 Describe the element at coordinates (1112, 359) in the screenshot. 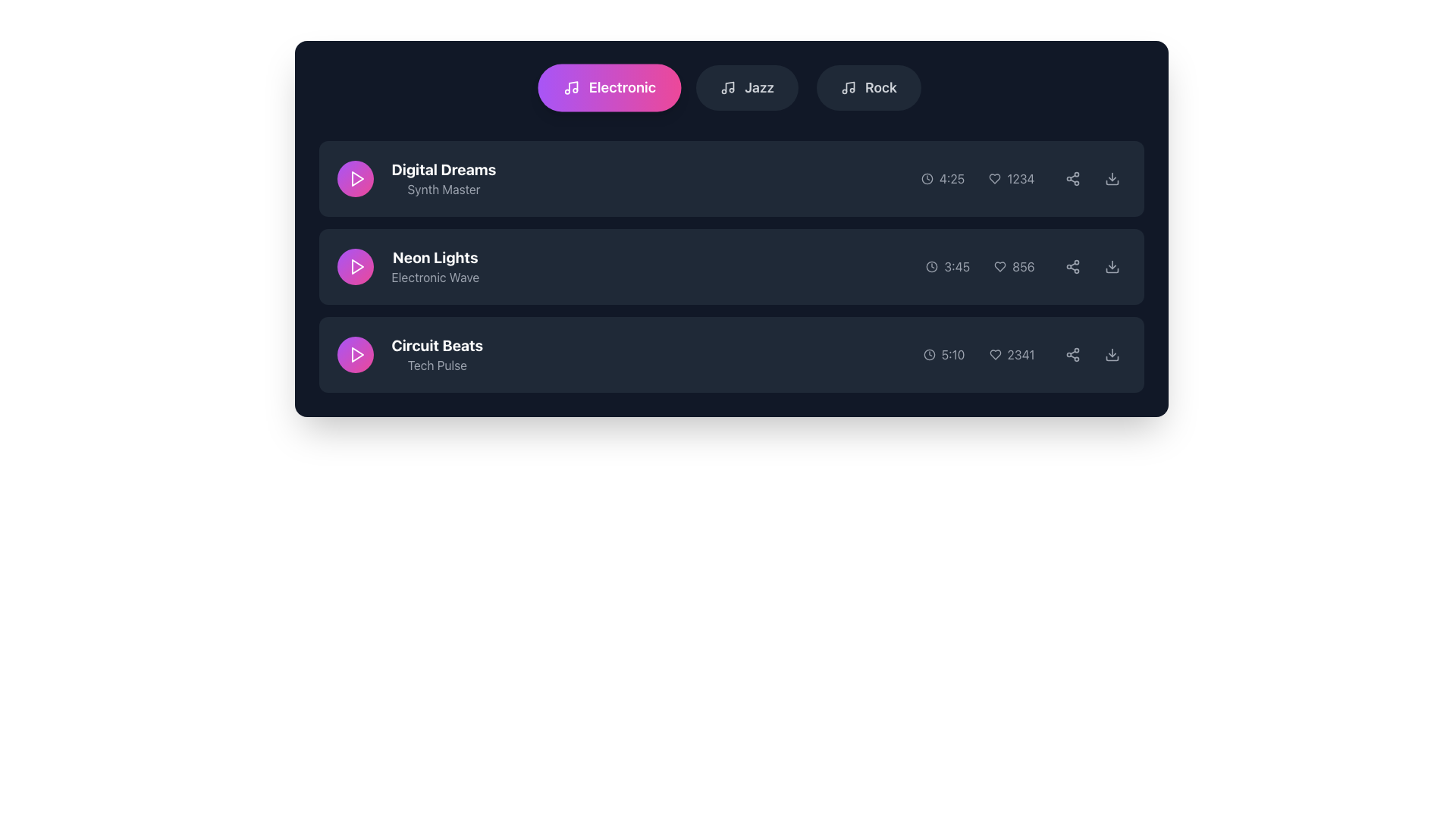

I see `the Vector Icon button for downloading the associated music track using keyboard navigation, located at the bottom of the third music track entry, to the right of the track's duration and likes indicator` at that location.